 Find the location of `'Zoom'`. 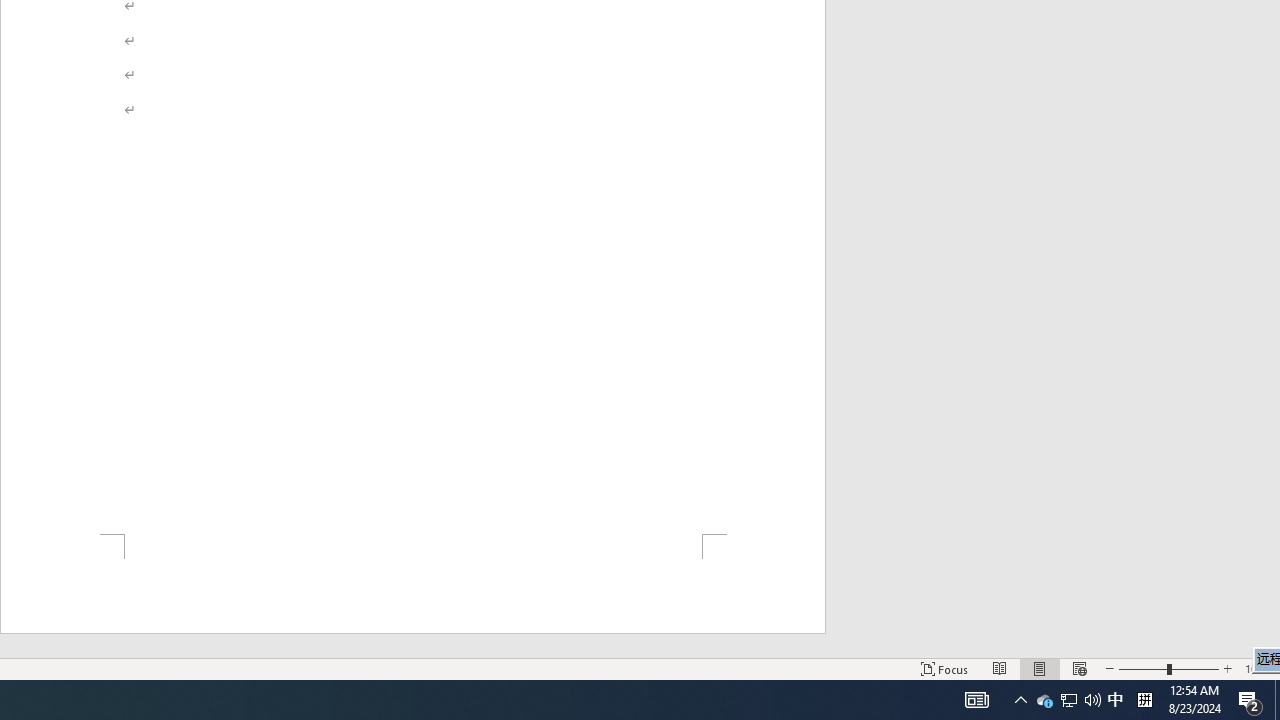

'Zoom' is located at coordinates (1168, 669).